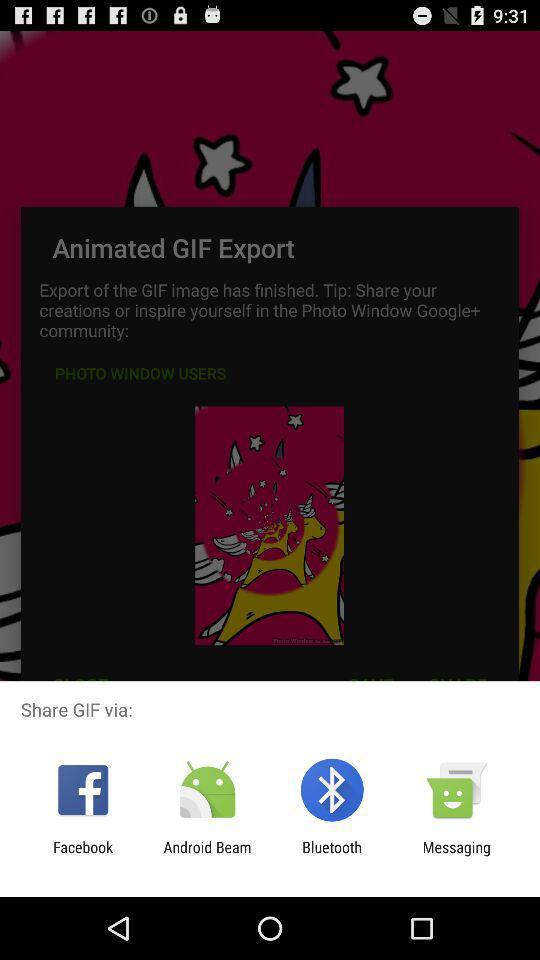  What do you see at coordinates (206, 855) in the screenshot?
I see `android beam item` at bounding box center [206, 855].